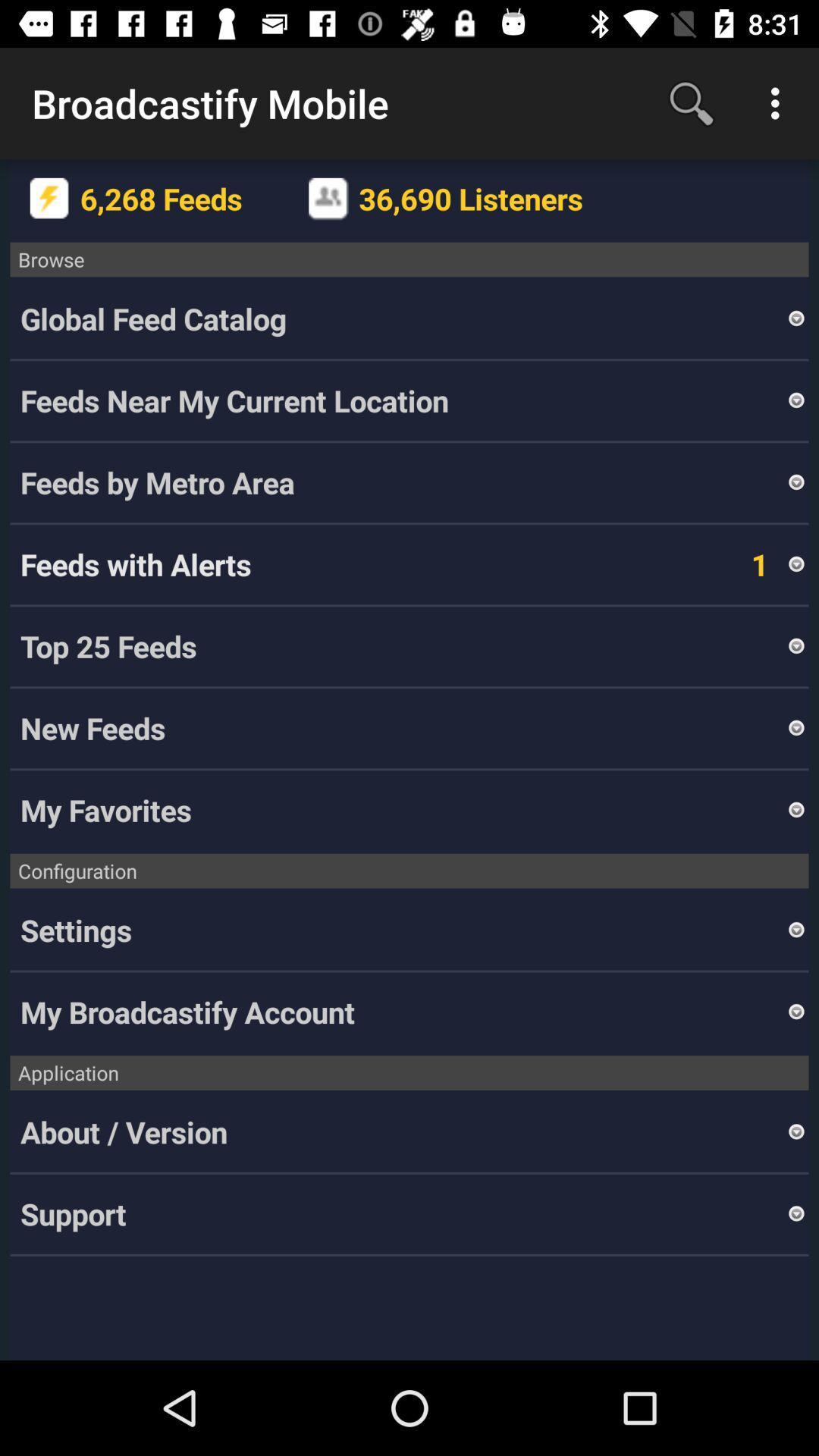  I want to click on the item above the new feeds item, so click(795, 646).